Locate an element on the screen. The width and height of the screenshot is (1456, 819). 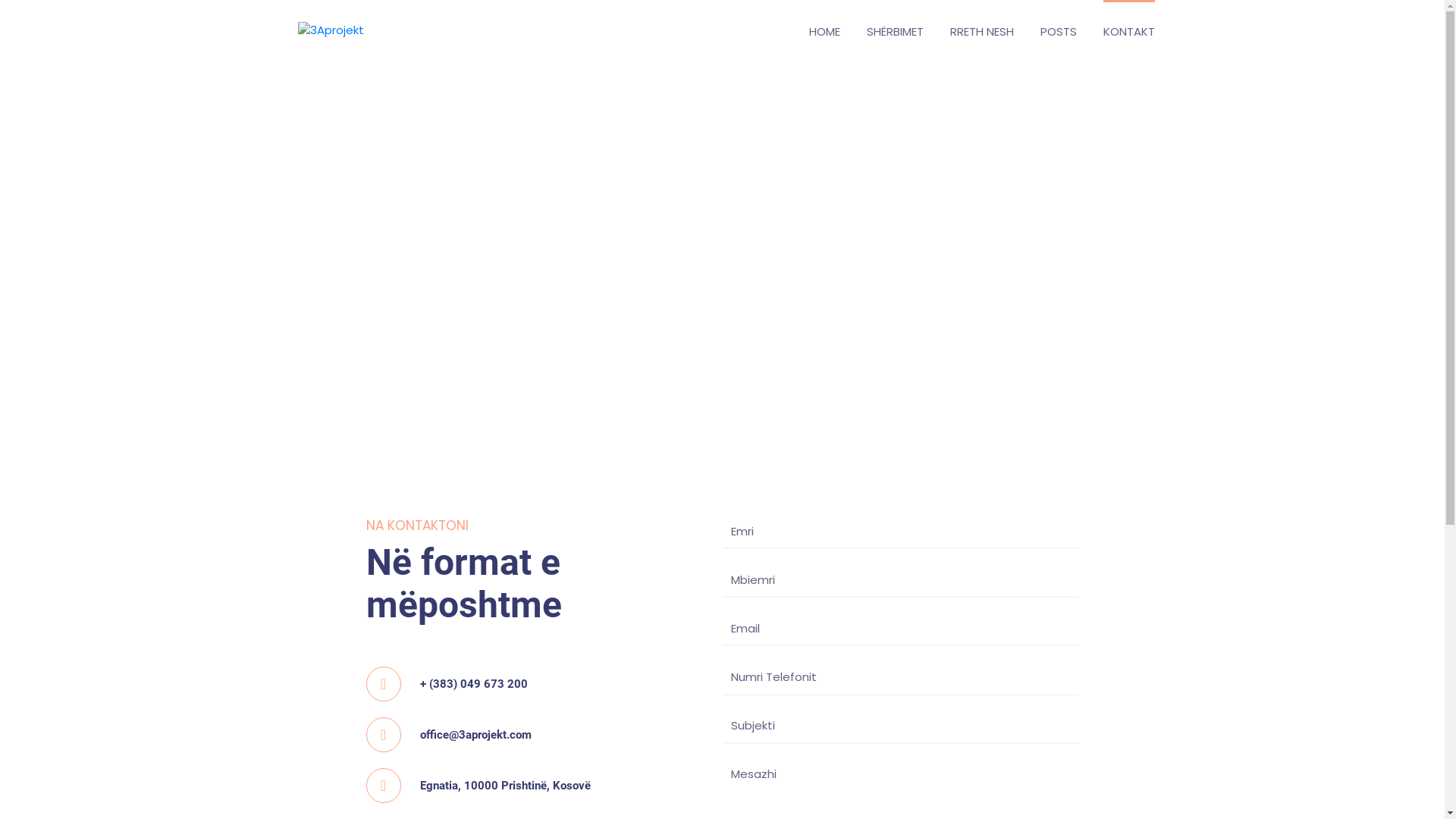
'KONTAKT' is located at coordinates (1128, 30).